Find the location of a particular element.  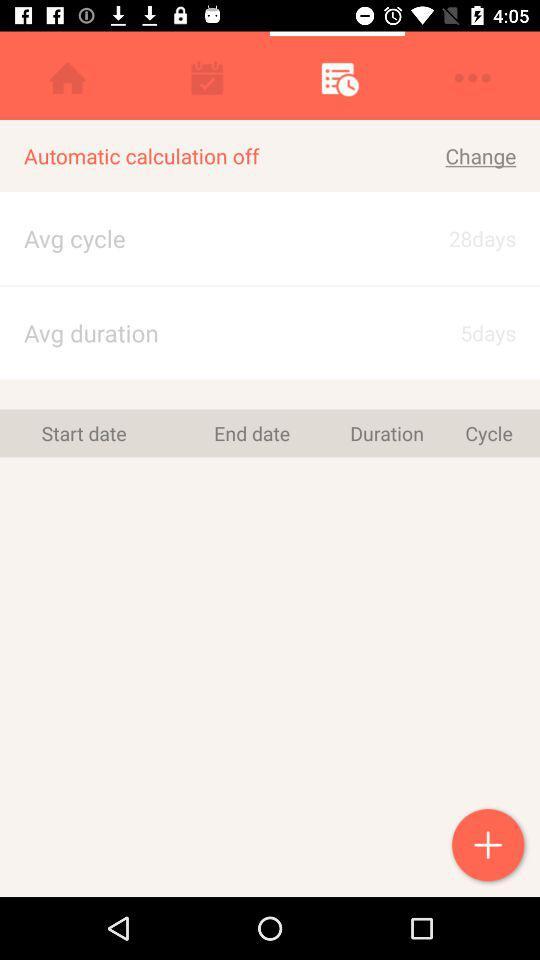

5days is located at coordinates (463, 333).